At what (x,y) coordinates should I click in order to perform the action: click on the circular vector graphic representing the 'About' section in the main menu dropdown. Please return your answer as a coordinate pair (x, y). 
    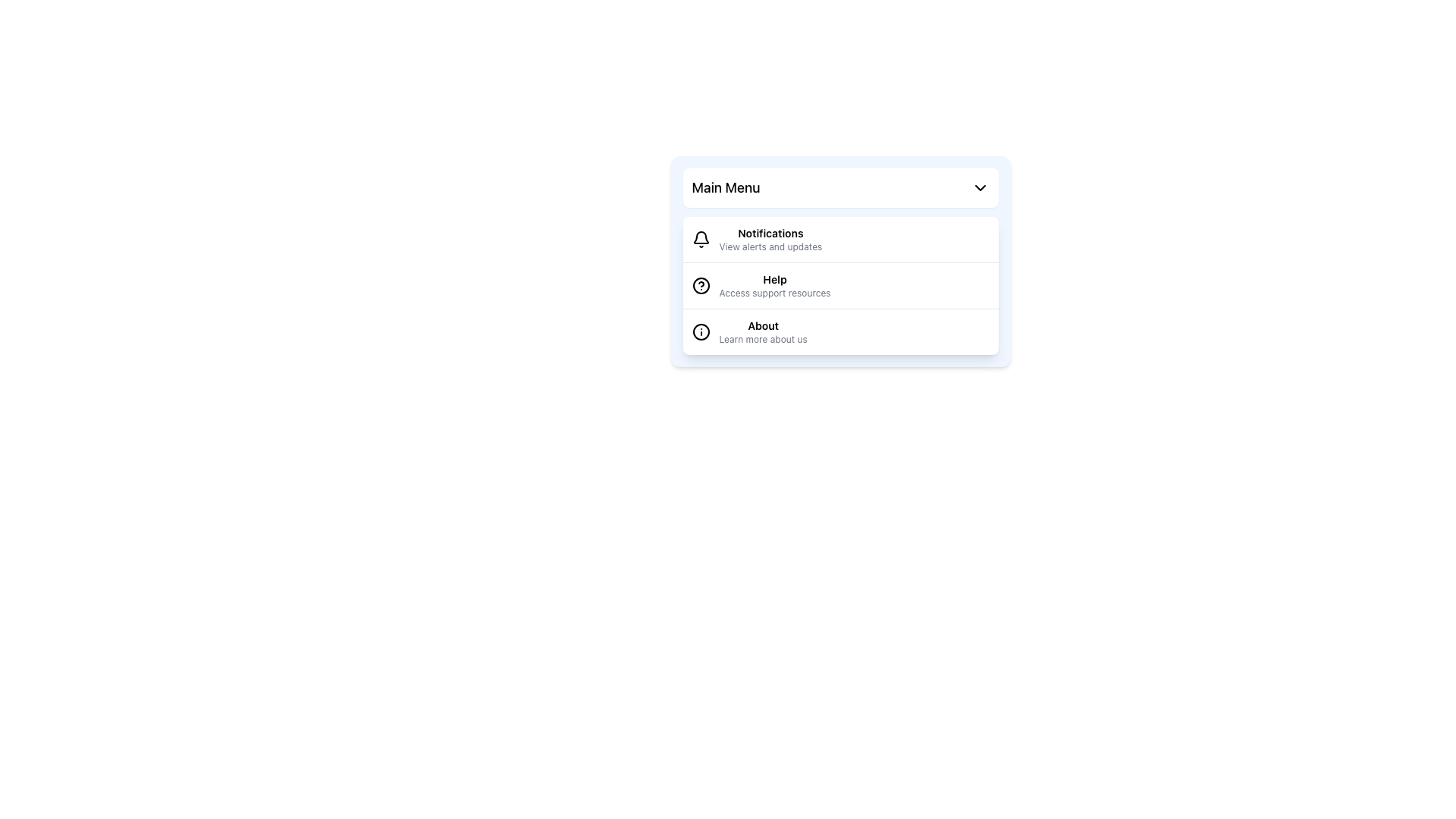
    Looking at the image, I should click on (700, 331).